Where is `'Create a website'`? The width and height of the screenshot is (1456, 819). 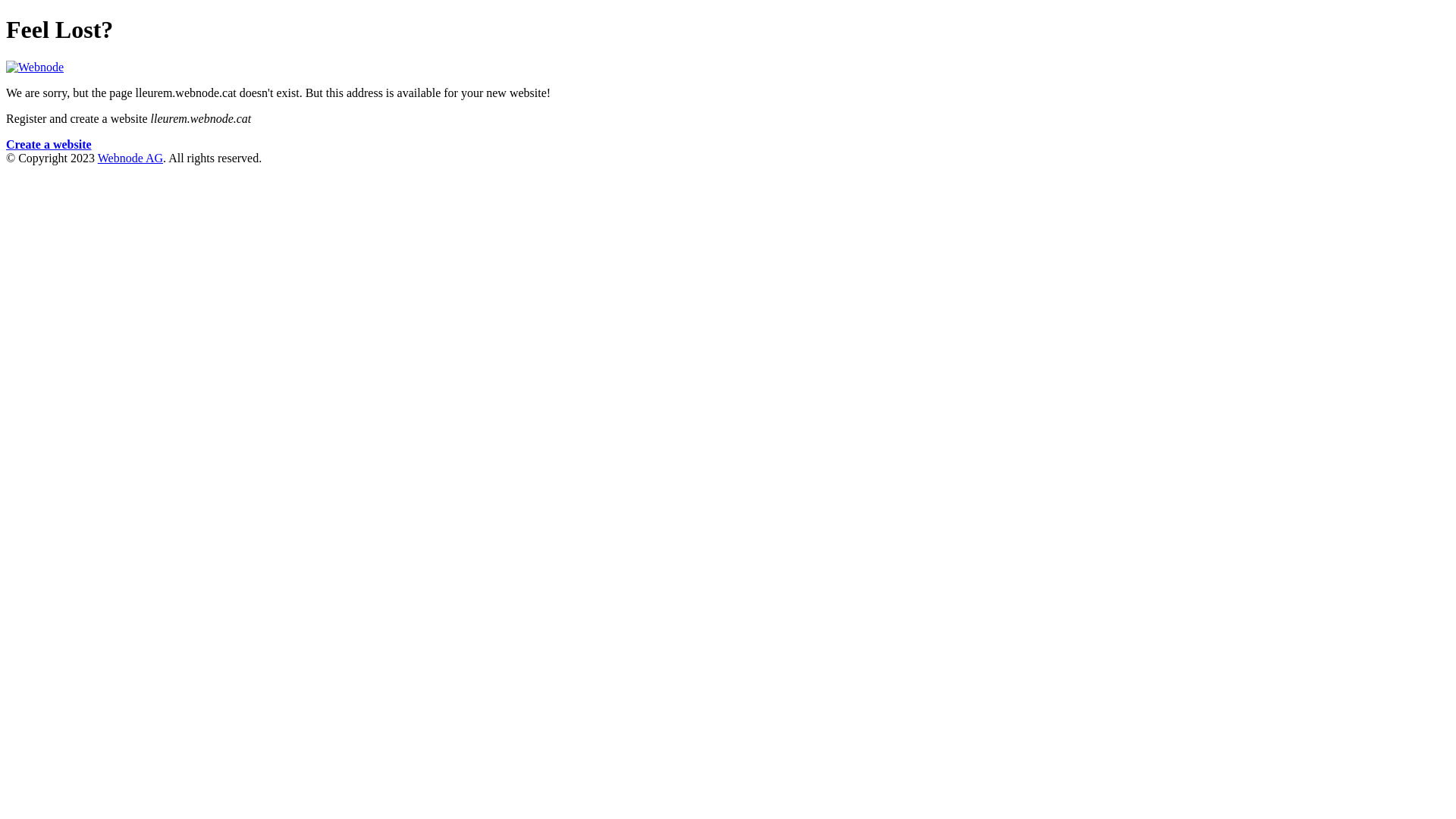 'Create a website' is located at coordinates (49, 144).